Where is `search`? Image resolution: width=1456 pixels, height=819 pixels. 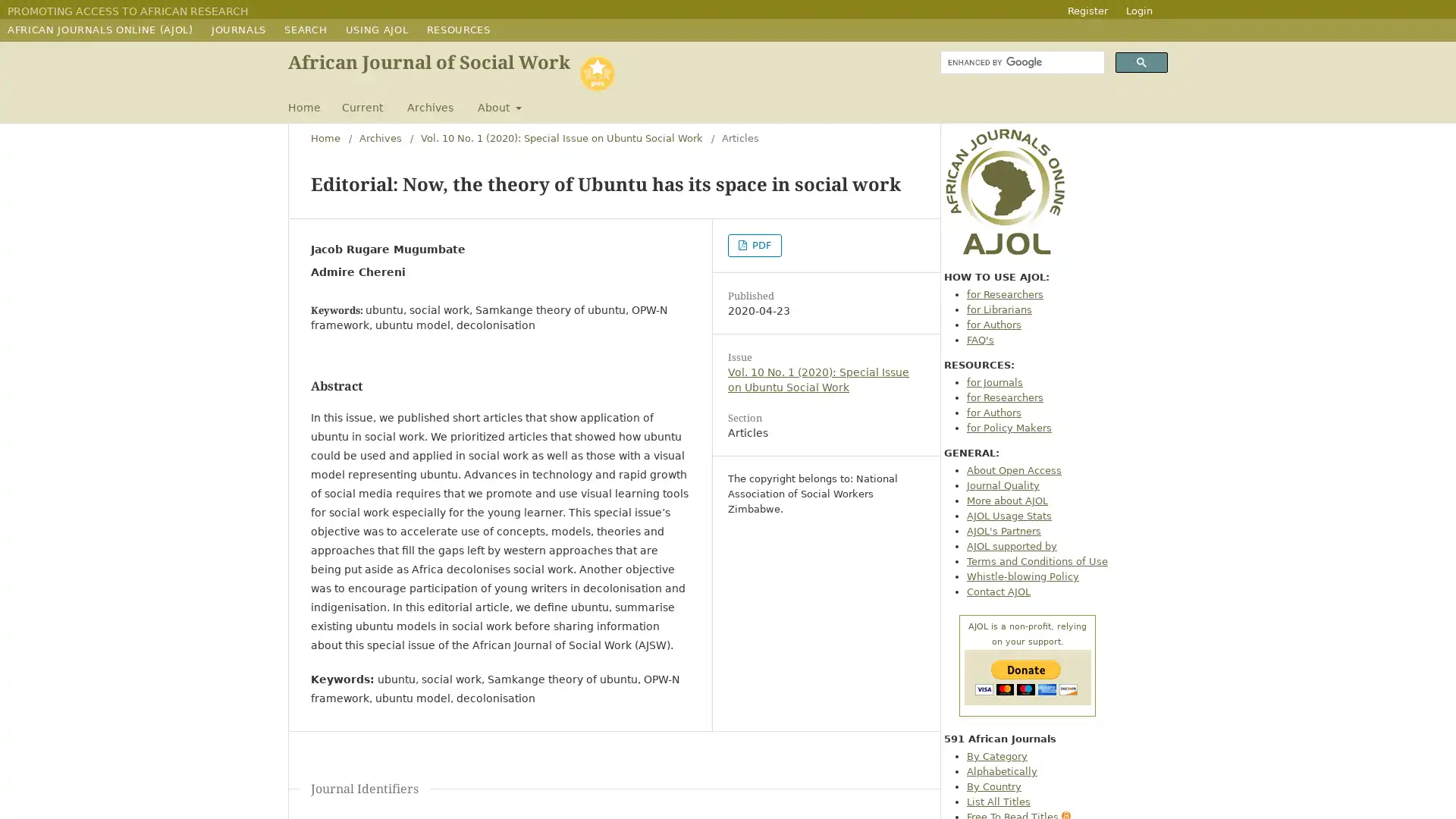
search is located at coordinates (1141, 61).